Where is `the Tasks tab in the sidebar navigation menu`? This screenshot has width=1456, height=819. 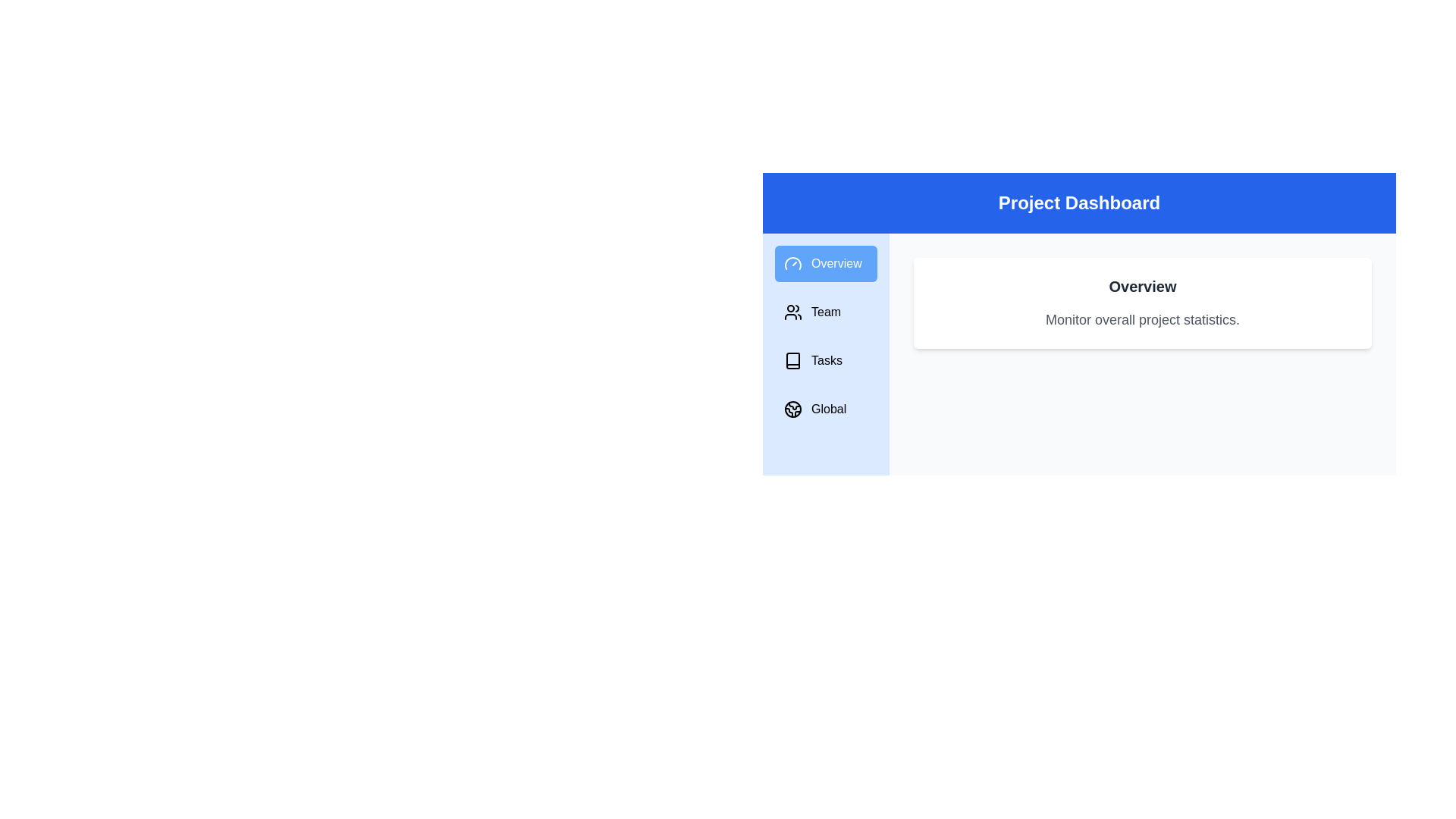
the Tasks tab in the sidebar navigation menu is located at coordinates (825, 360).